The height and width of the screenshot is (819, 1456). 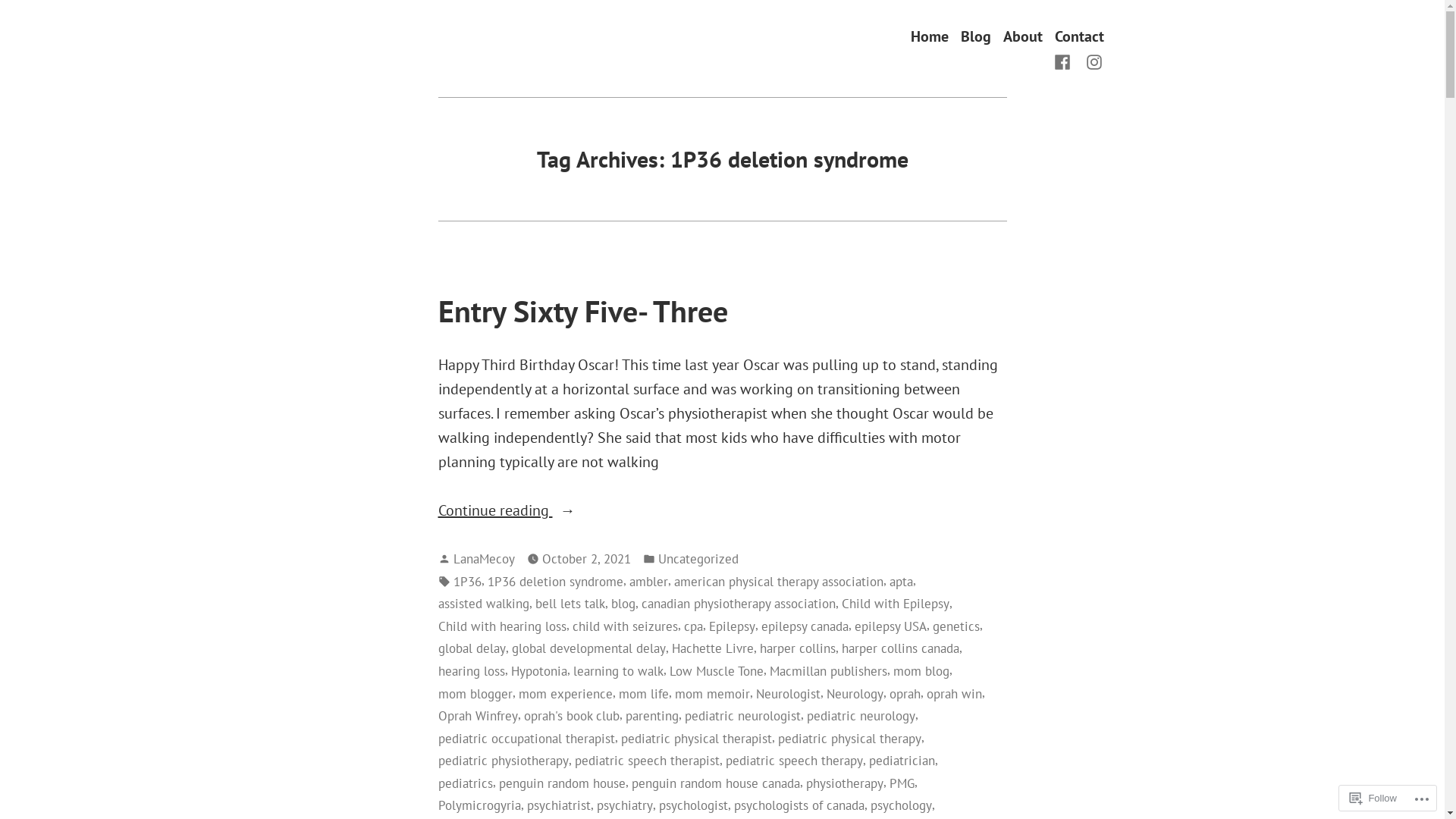 What do you see at coordinates (715, 670) in the screenshot?
I see `'Low Muscle Tone'` at bounding box center [715, 670].